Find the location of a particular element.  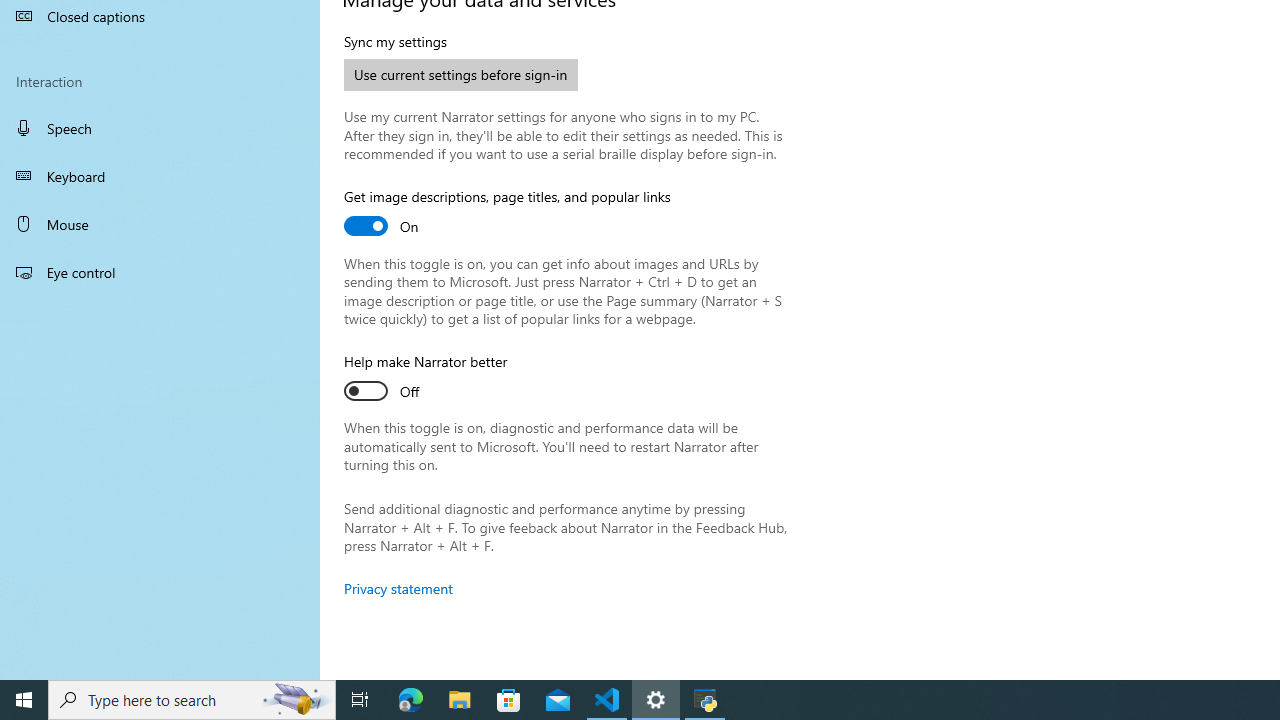

'Help make Narrator better' is located at coordinates (425, 379).